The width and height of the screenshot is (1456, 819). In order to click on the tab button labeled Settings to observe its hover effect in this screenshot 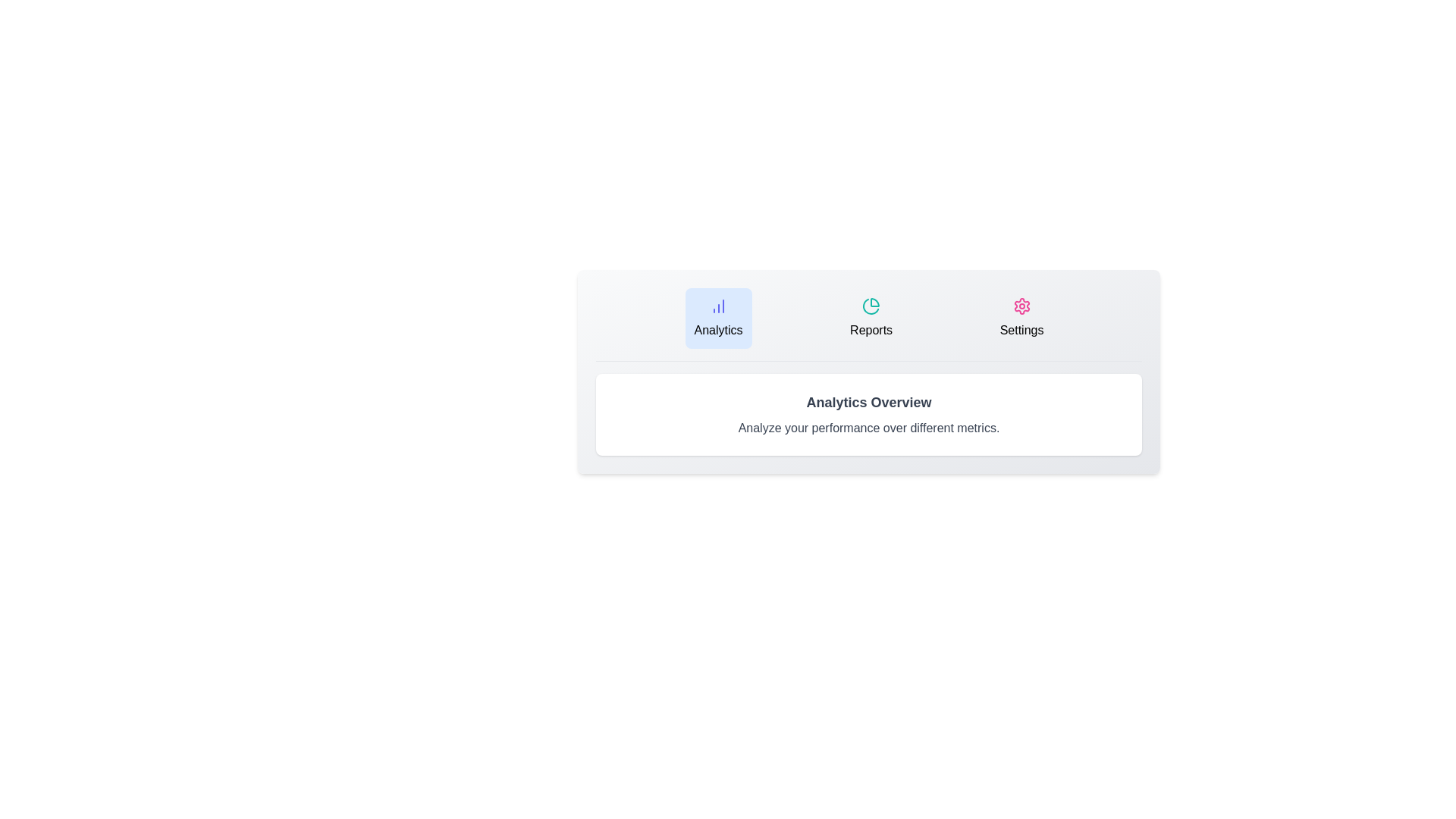, I will do `click(1021, 318)`.